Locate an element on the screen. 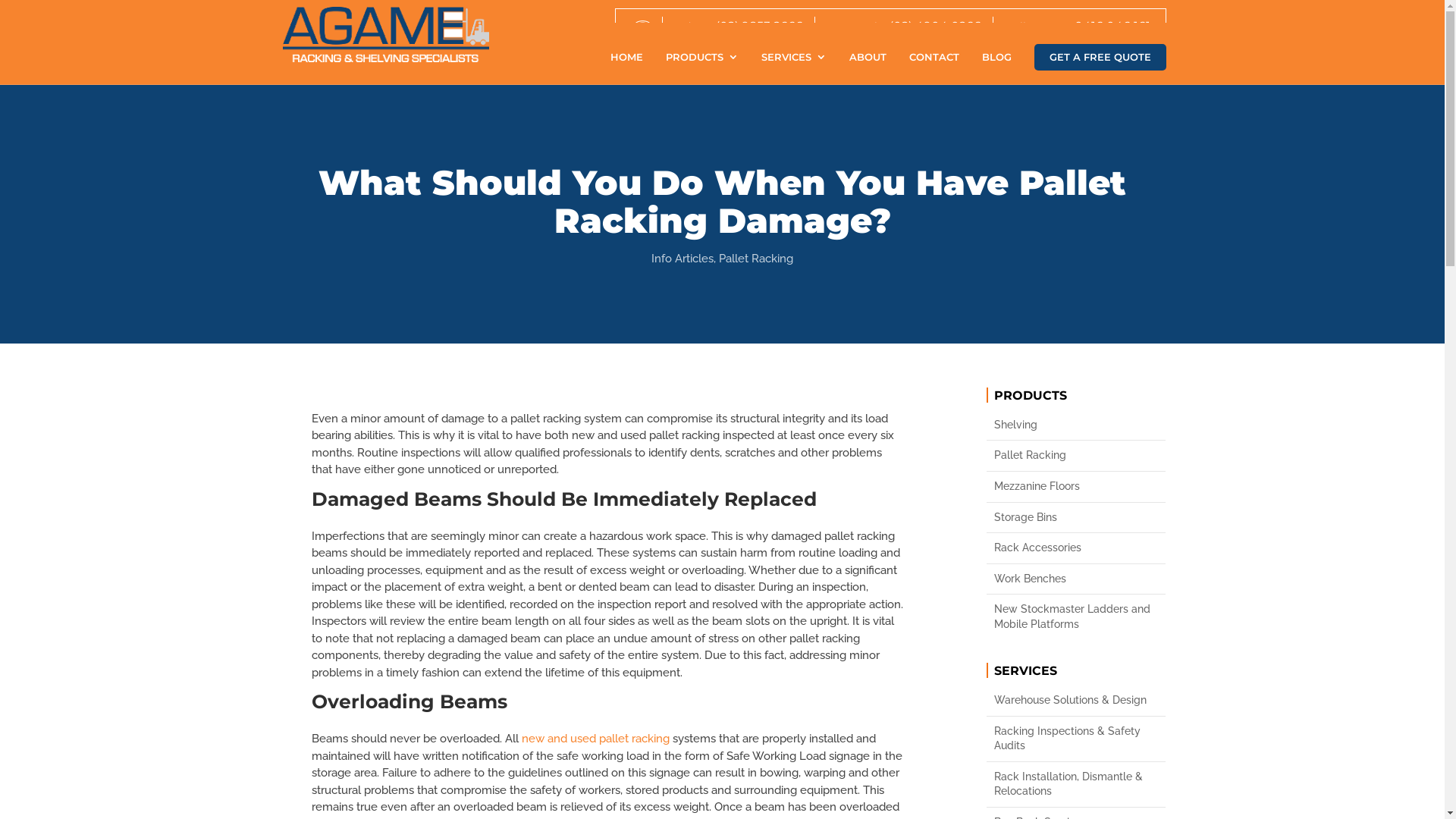 This screenshot has width=1456, height=819. 'Newscastle:' is located at coordinates (855, 26).